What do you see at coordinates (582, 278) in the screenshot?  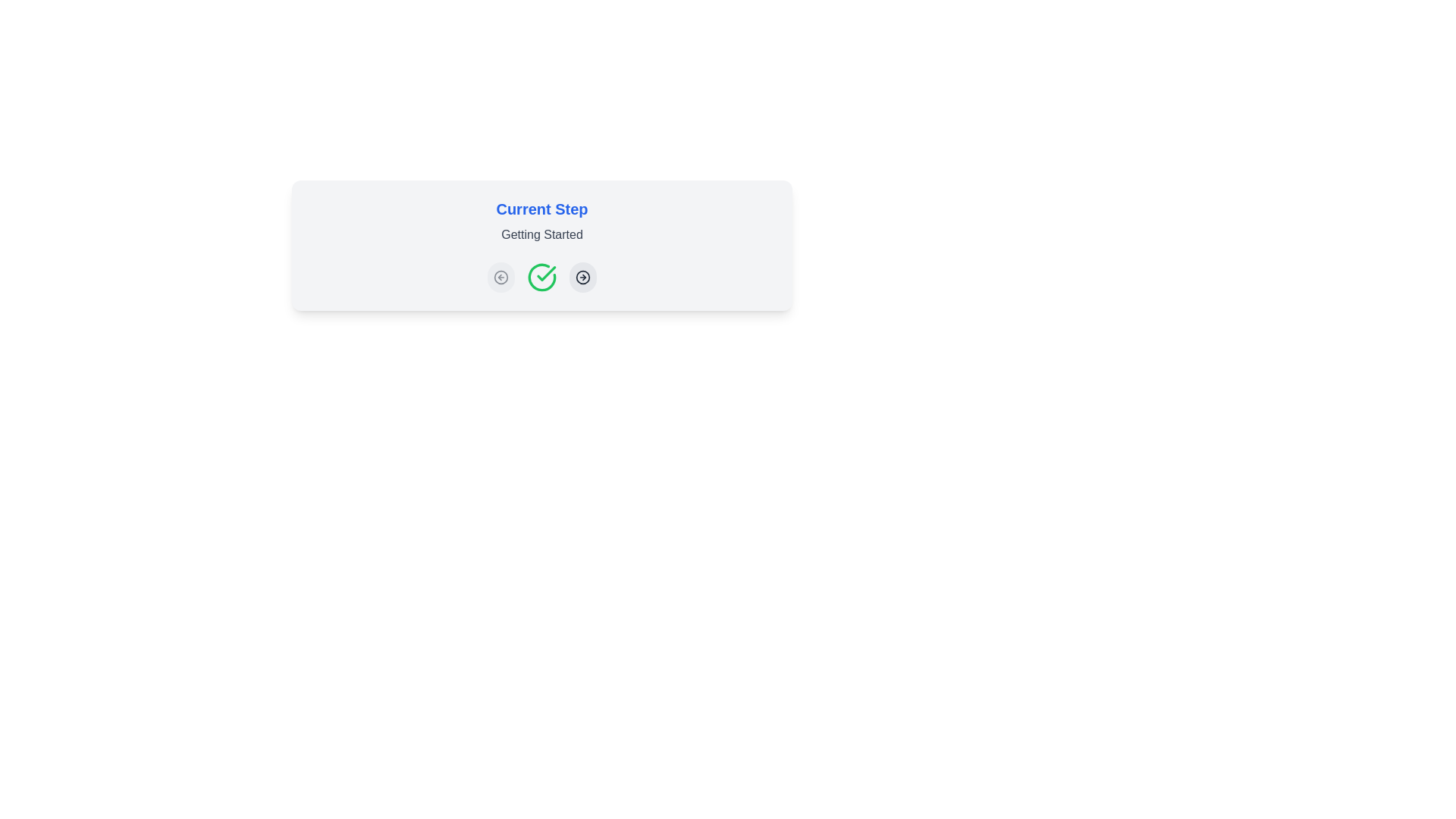 I see `the 'Next' or 'Proceed' button located as the third button from the left in the horizontal group of buttons, positioned towards the center bottom of the panel` at bounding box center [582, 278].